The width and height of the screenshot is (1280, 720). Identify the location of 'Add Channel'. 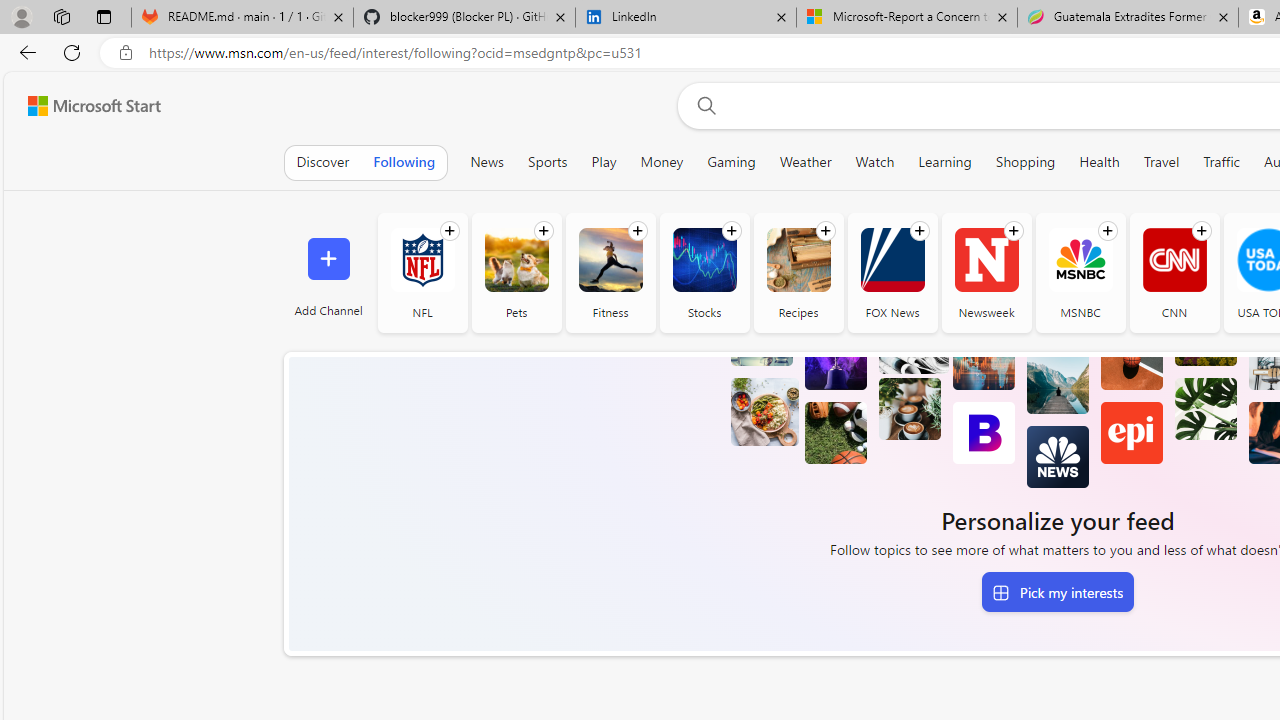
(328, 272).